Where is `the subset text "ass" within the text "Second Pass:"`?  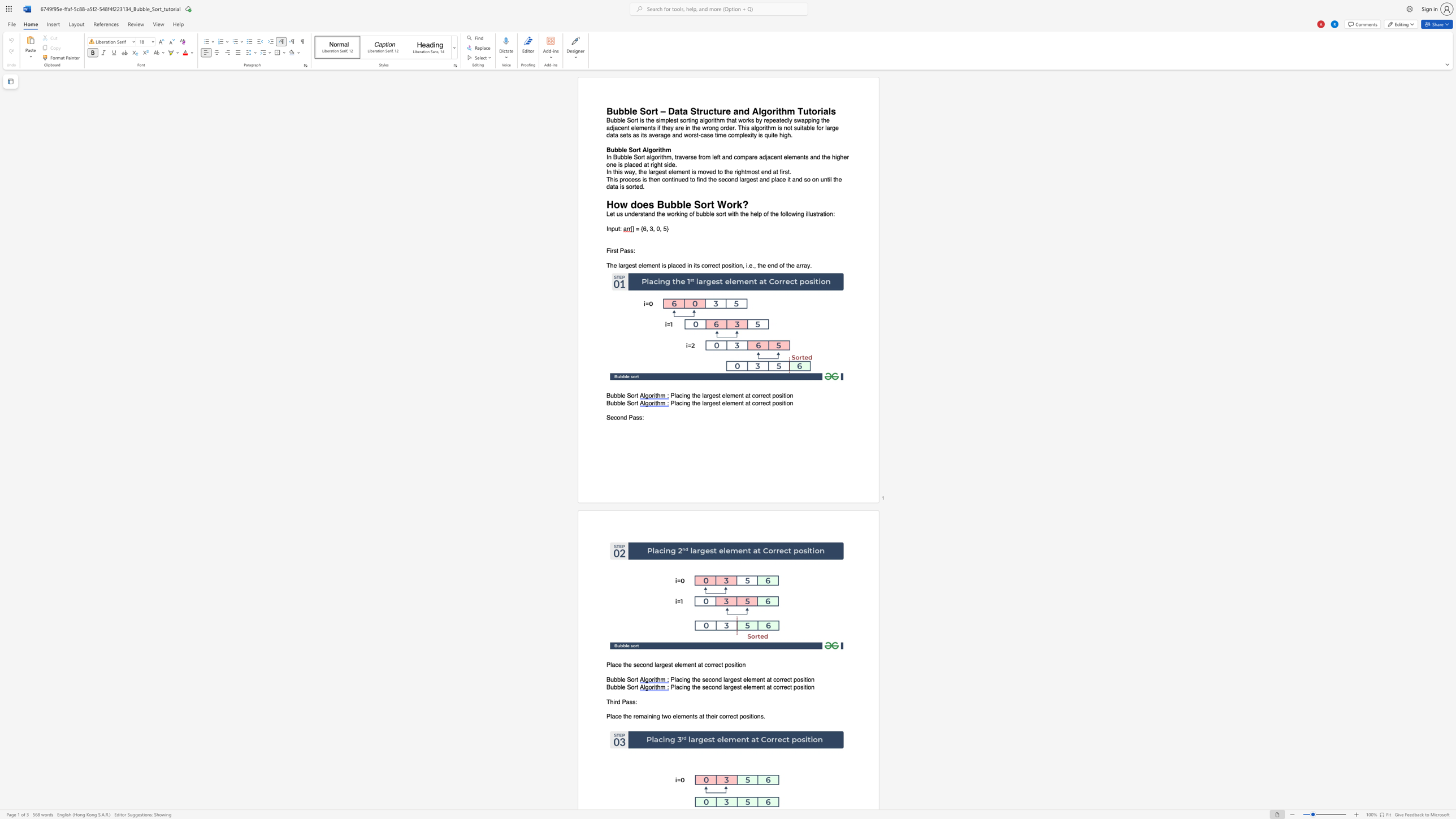 the subset text "ass" within the text "Second Pass:" is located at coordinates (632, 417).